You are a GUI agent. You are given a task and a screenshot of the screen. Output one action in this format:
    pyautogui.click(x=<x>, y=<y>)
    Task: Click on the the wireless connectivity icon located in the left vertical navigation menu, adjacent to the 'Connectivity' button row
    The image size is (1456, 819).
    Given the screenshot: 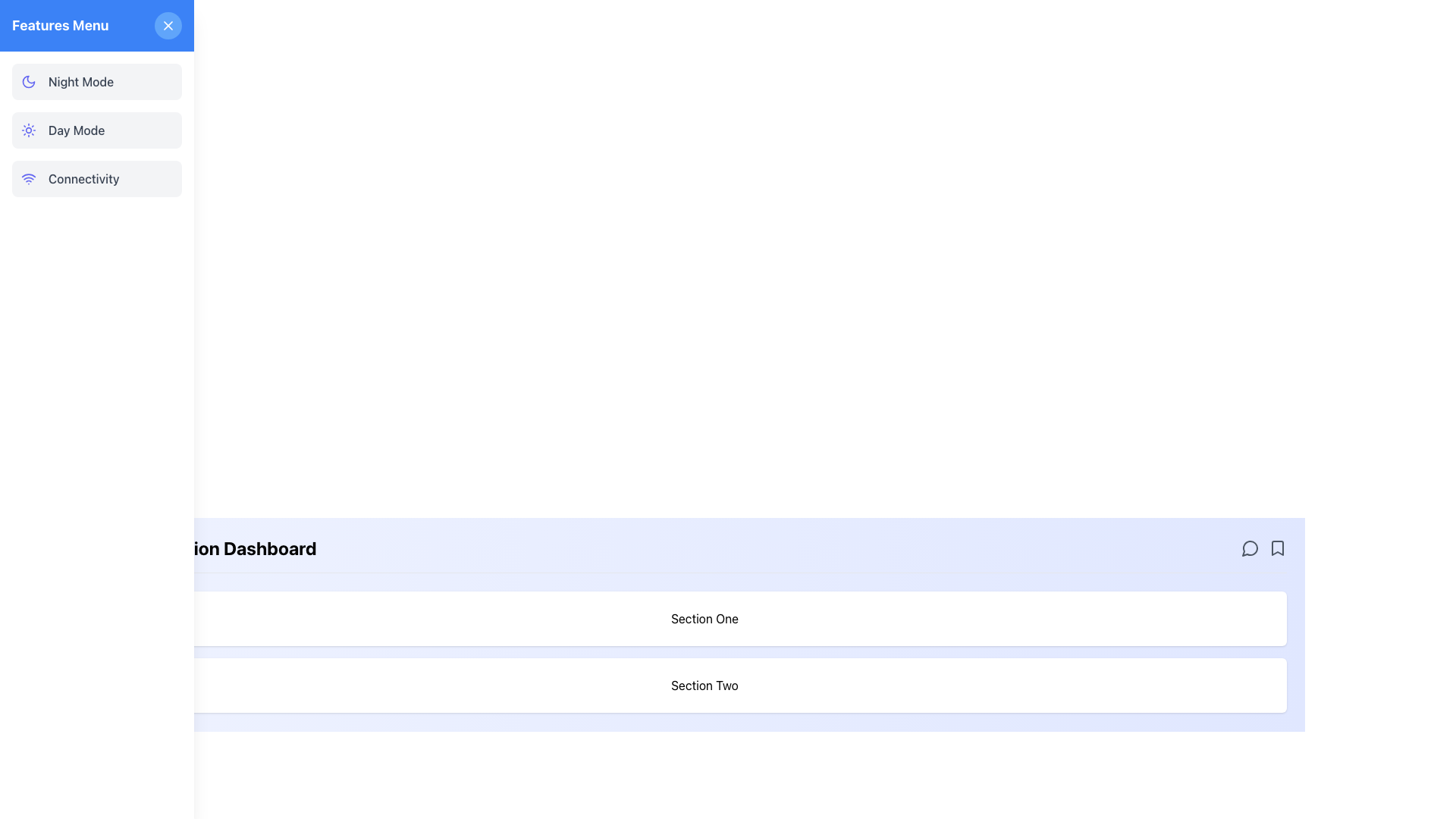 What is the action you would take?
    pyautogui.click(x=29, y=177)
    